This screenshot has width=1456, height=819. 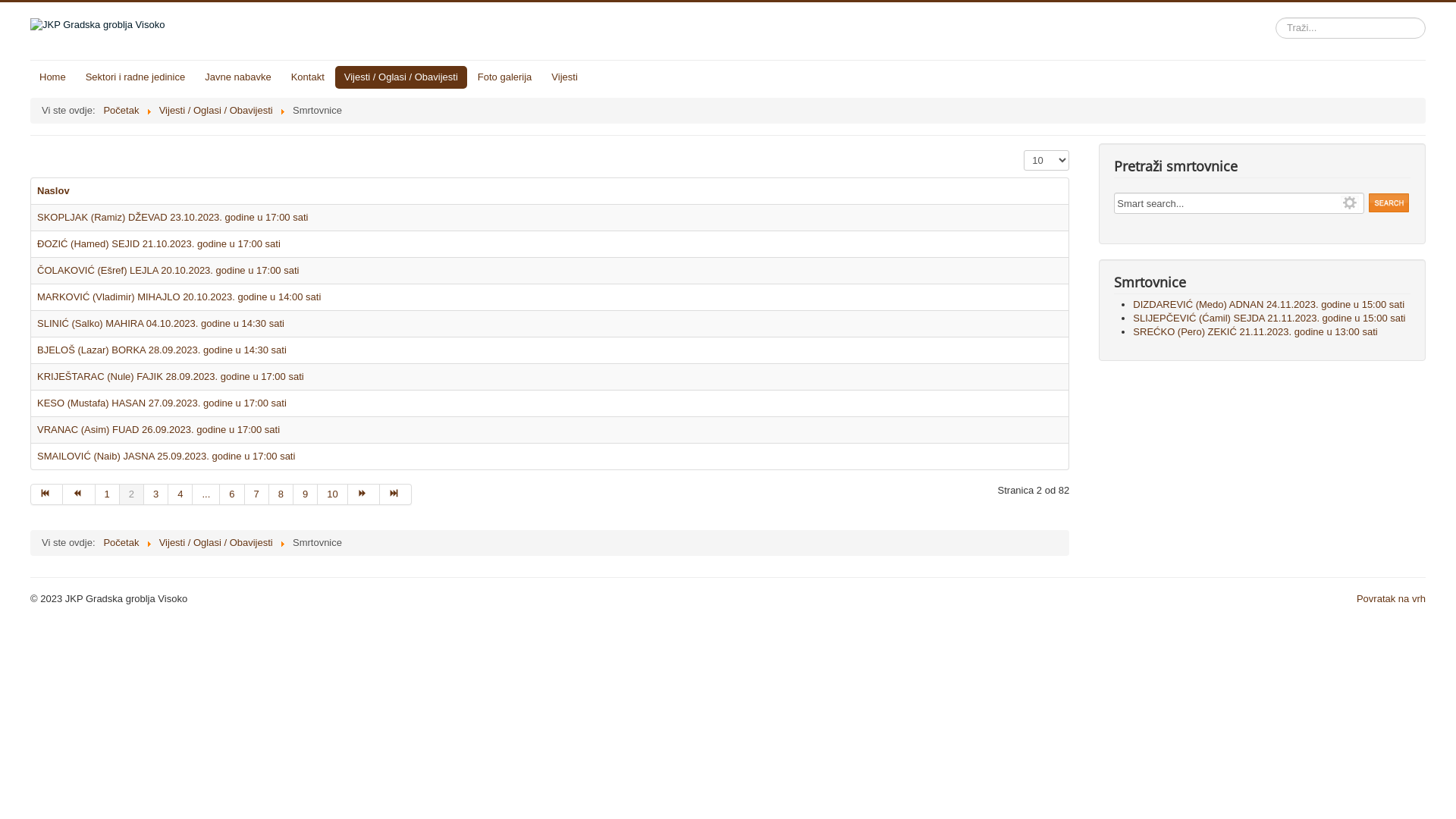 What do you see at coordinates (135, 77) in the screenshot?
I see `'Sektori i radne jedinice'` at bounding box center [135, 77].